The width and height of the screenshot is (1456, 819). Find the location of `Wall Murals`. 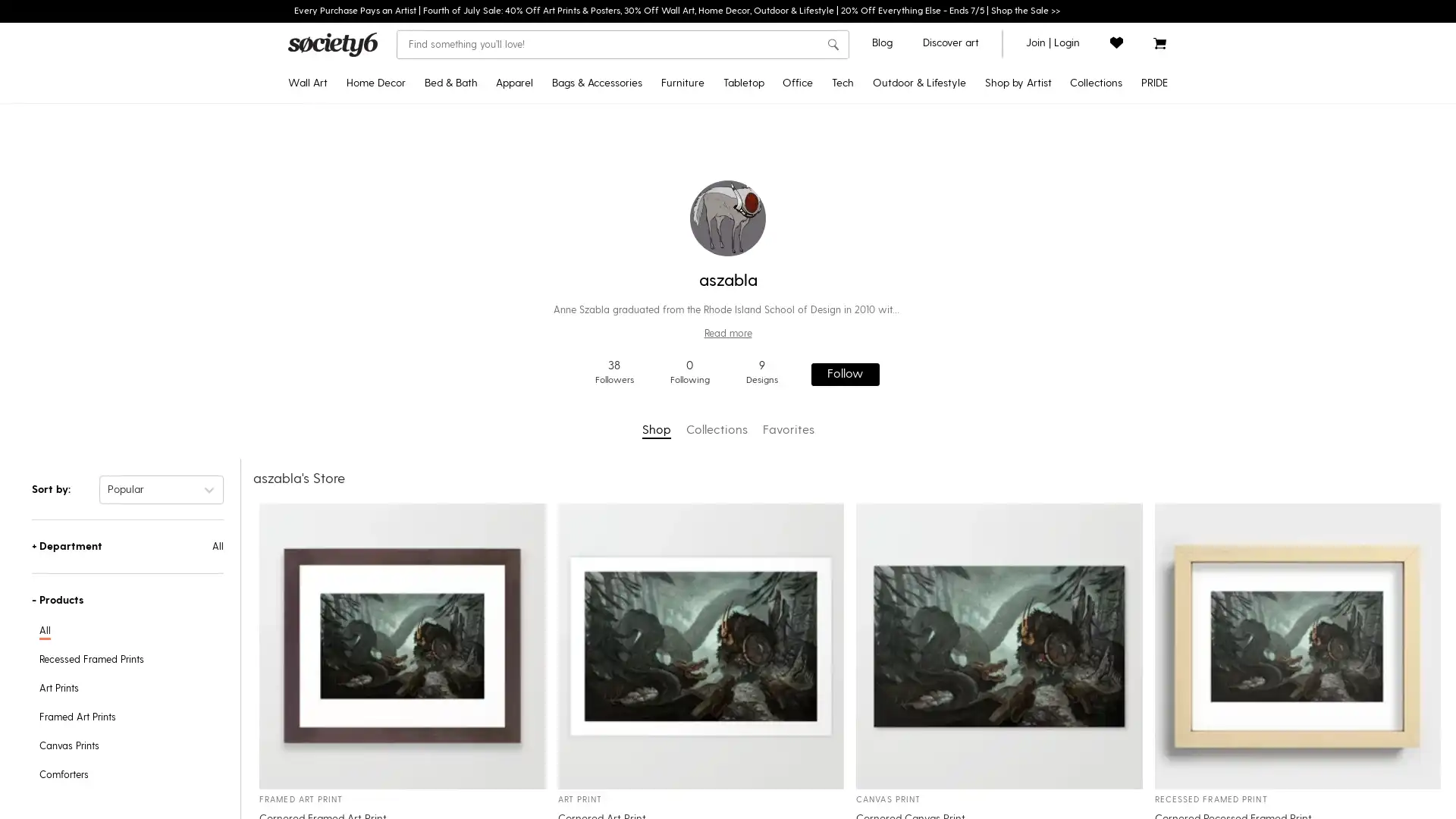

Wall Murals is located at coordinates (404, 390).